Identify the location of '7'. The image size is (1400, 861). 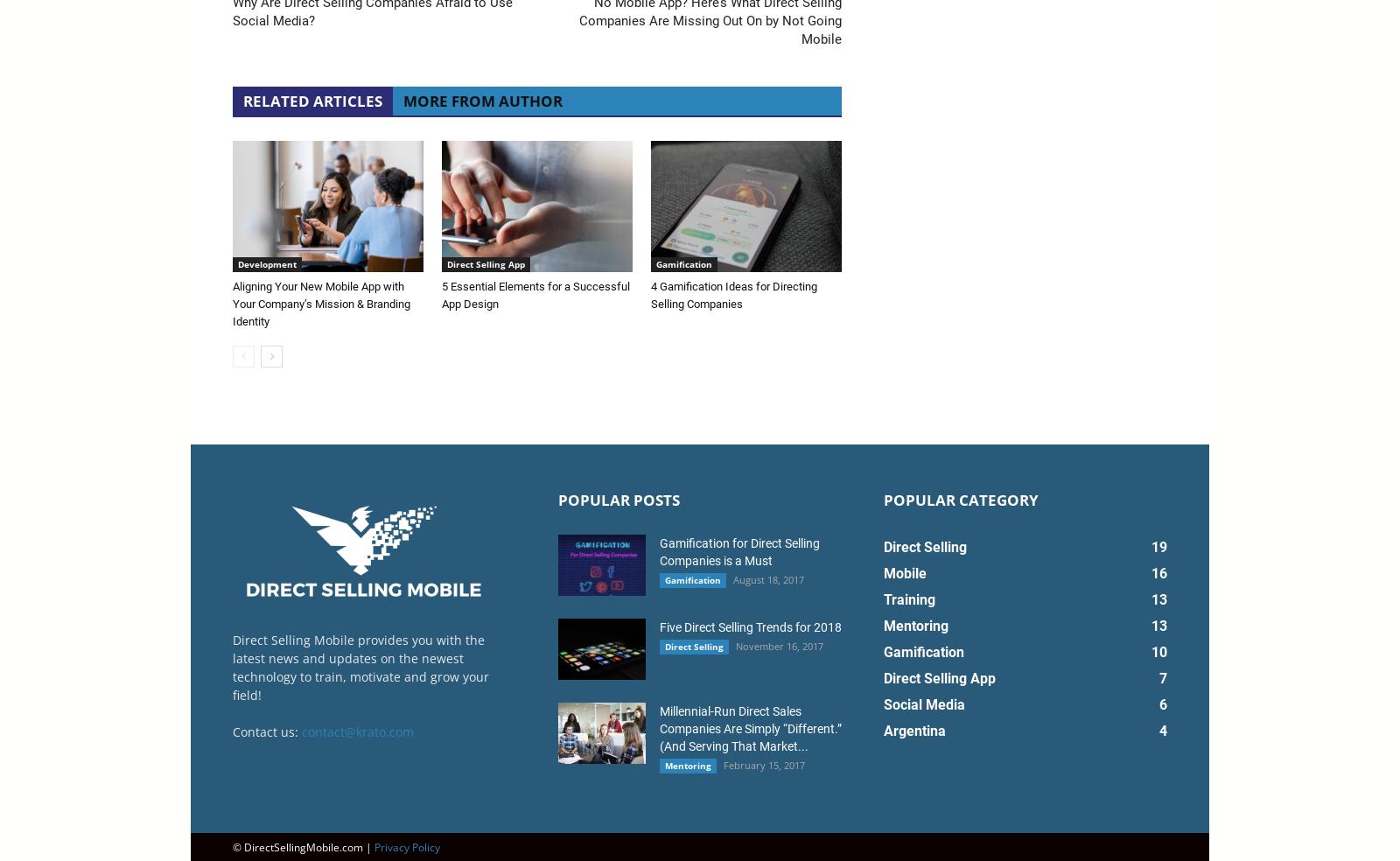
(1162, 676).